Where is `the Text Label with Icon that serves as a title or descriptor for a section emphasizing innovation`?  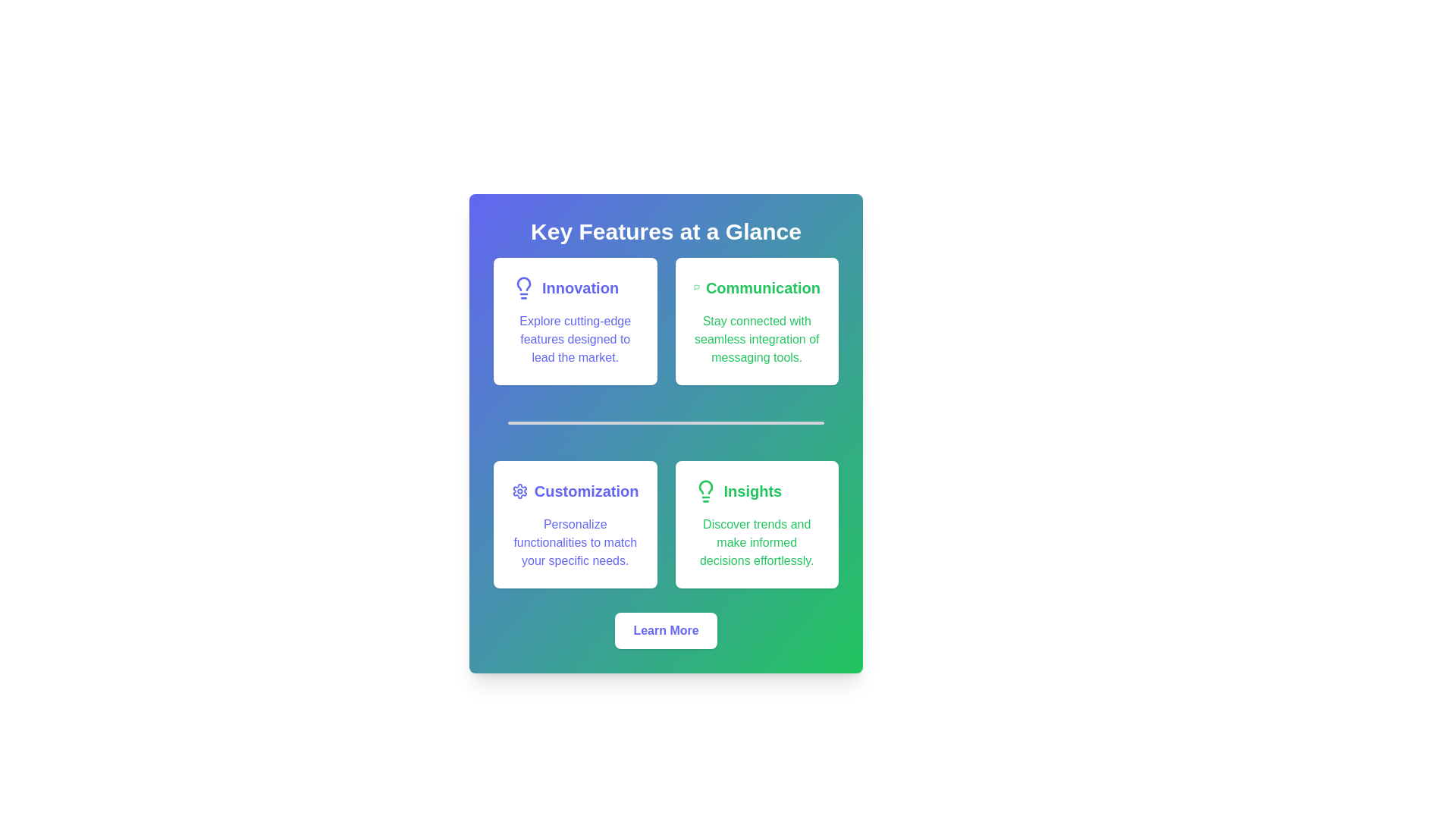
the Text Label with Icon that serves as a title or descriptor for a section emphasizing innovation is located at coordinates (574, 288).